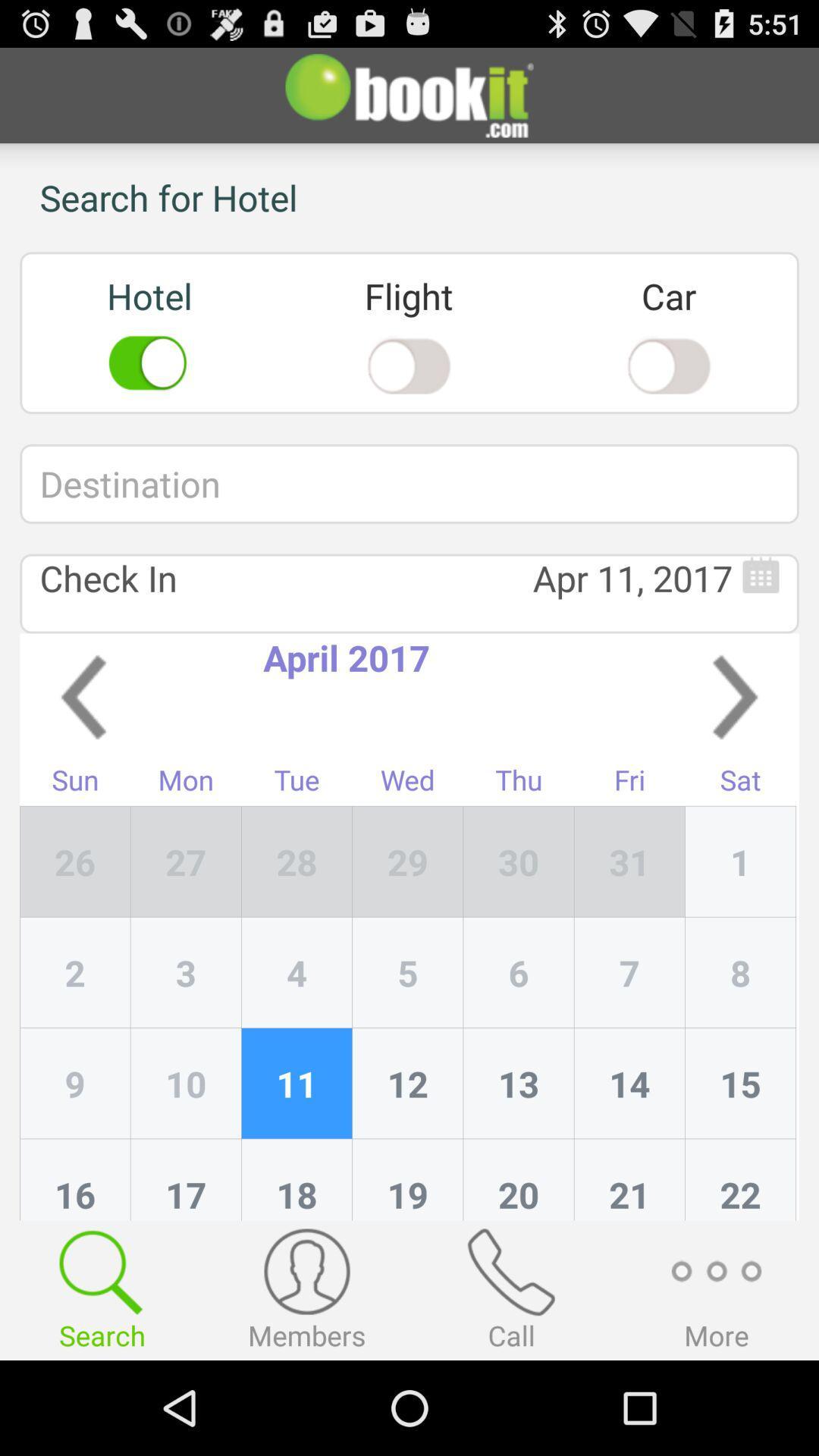 The image size is (819, 1456). What do you see at coordinates (407, 861) in the screenshot?
I see `the icon next to tue icon` at bounding box center [407, 861].